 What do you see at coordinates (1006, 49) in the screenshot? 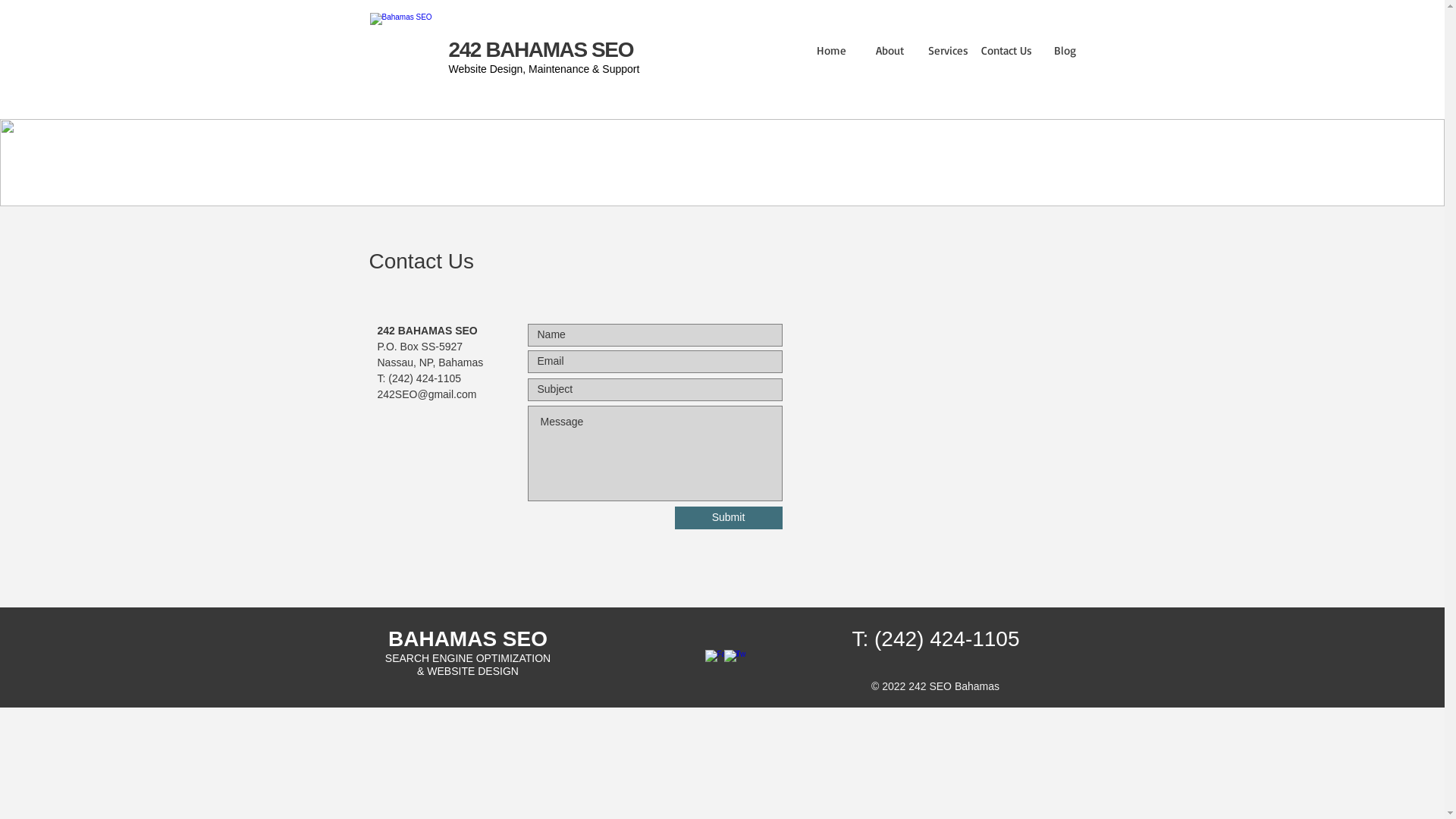
I see `'Contact Us'` at bounding box center [1006, 49].